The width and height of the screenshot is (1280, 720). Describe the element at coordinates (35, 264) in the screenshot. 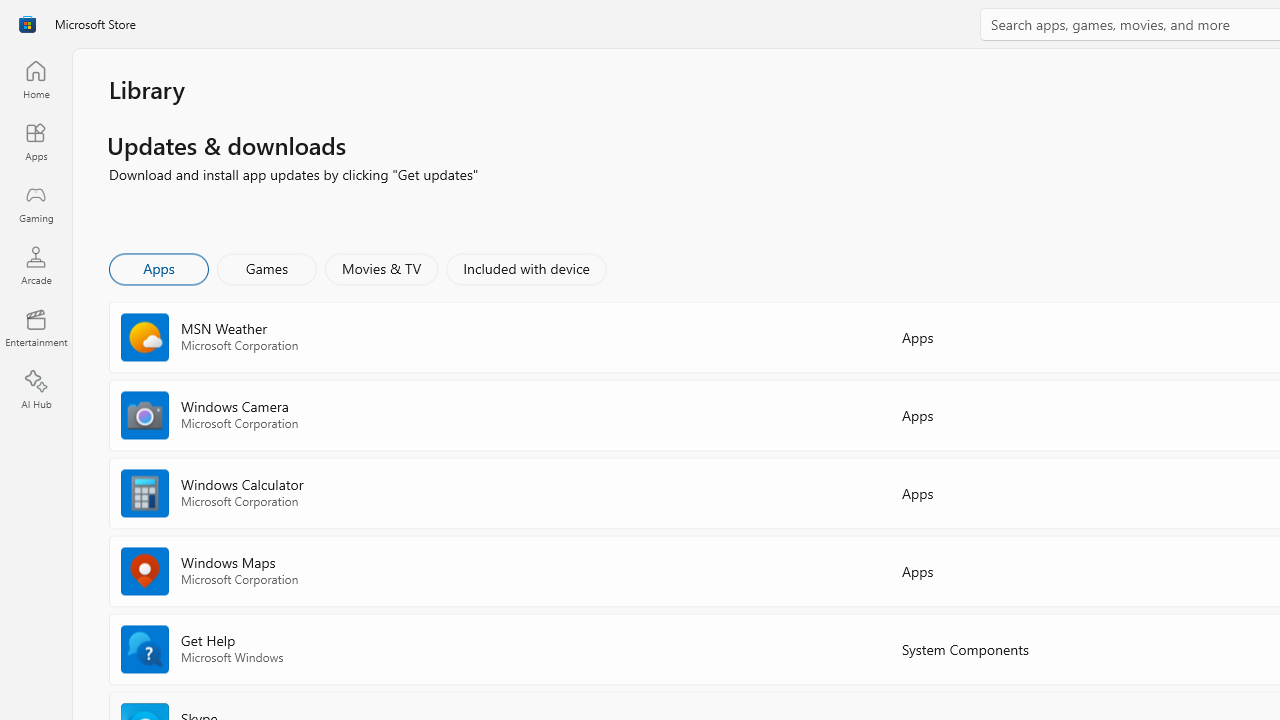

I see `'Arcade'` at that location.